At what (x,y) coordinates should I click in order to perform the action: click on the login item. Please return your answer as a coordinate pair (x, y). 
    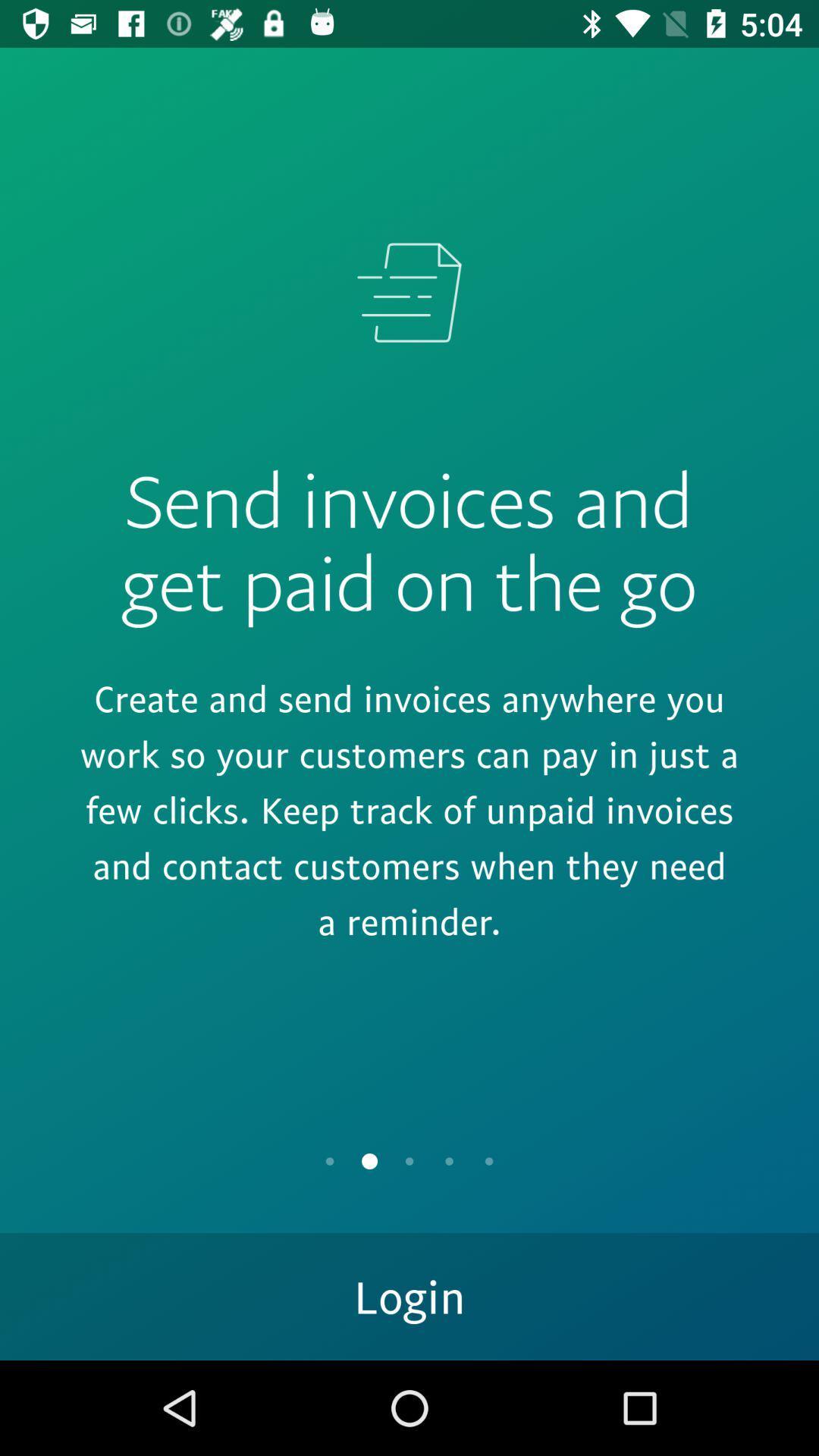
    Looking at the image, I should click on (409, 1295).